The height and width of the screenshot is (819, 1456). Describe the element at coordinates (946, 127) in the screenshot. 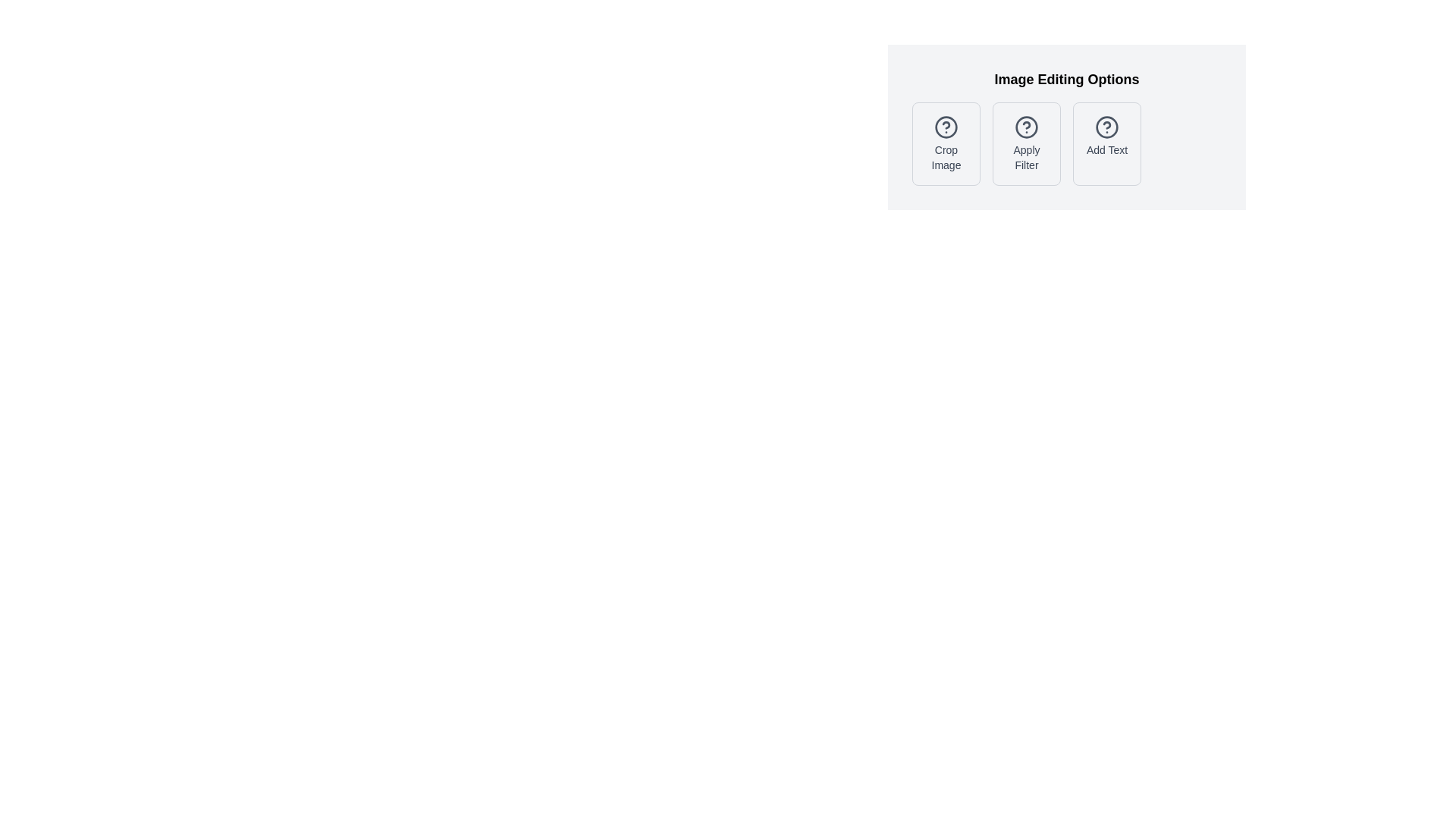

I see `the 'Crop Image' button which contains the vector graphic of concentric circles` at that location.